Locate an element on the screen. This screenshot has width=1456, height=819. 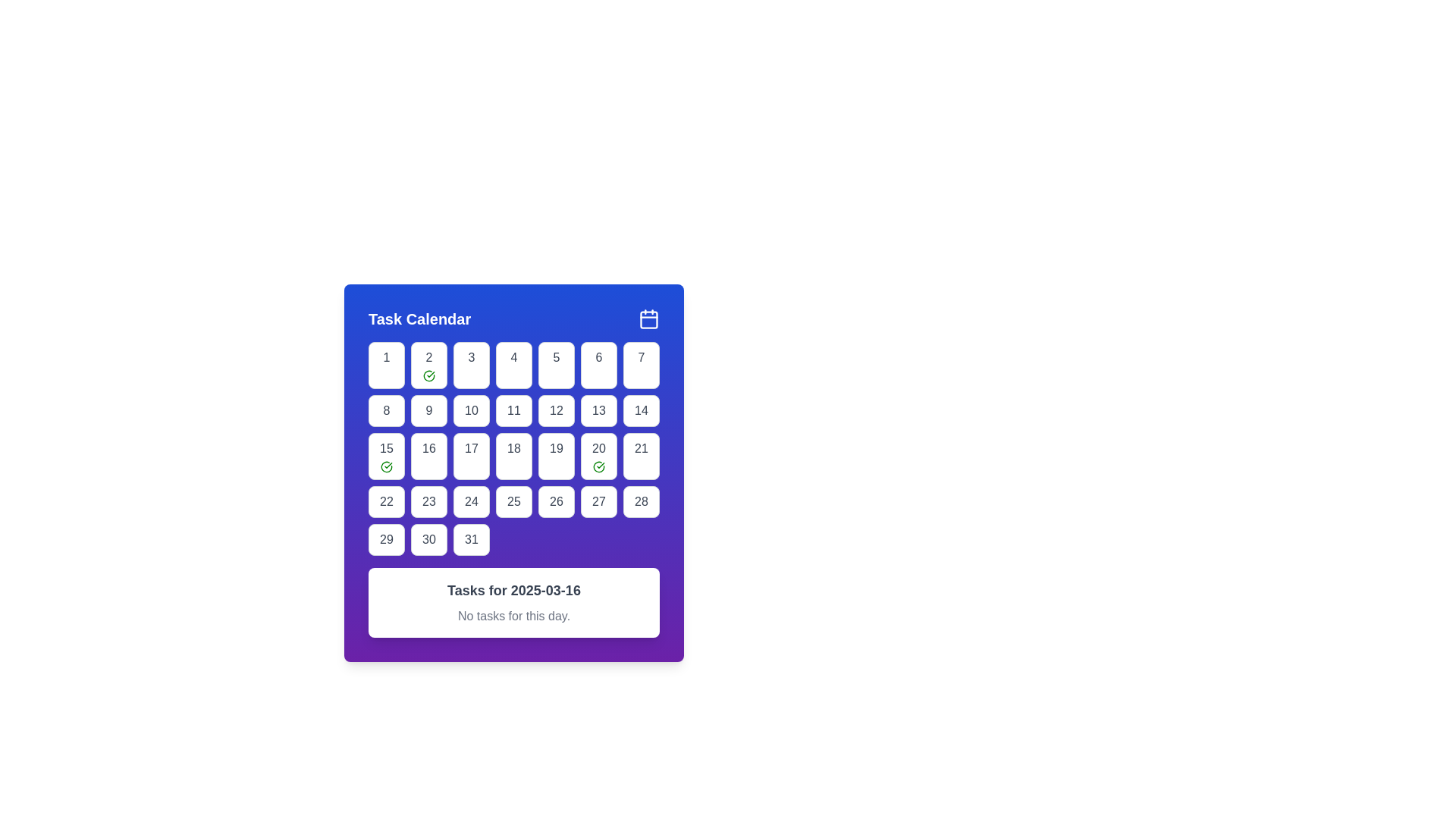
the button-like text element representing the date '28' in the calendar grid is located at coordinates (641, 502).